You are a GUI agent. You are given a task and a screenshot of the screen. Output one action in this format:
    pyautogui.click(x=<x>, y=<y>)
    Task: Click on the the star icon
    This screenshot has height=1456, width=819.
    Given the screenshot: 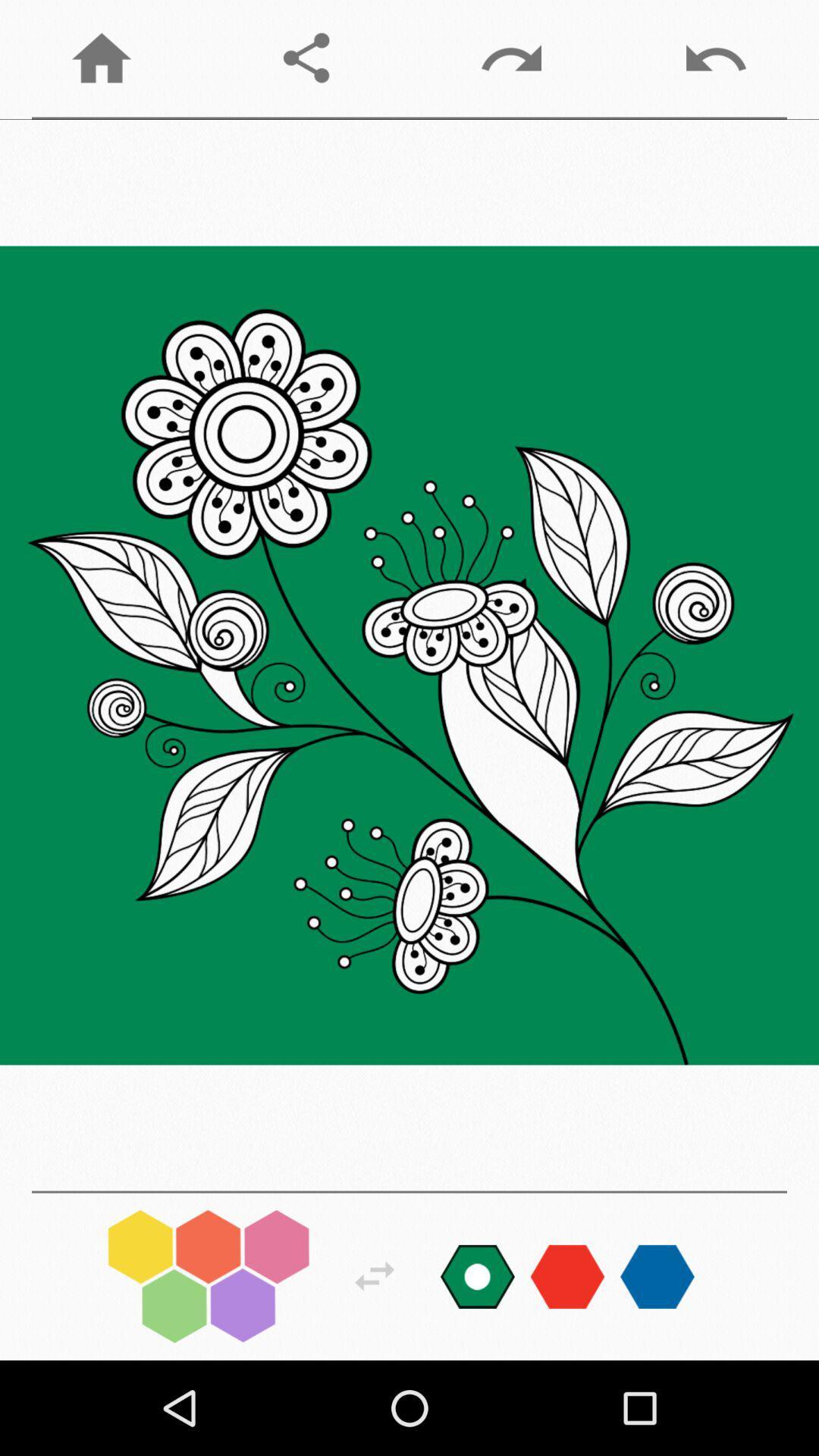 What is the action you would take?
    pyautogui.click(x=657, y=1276)
    